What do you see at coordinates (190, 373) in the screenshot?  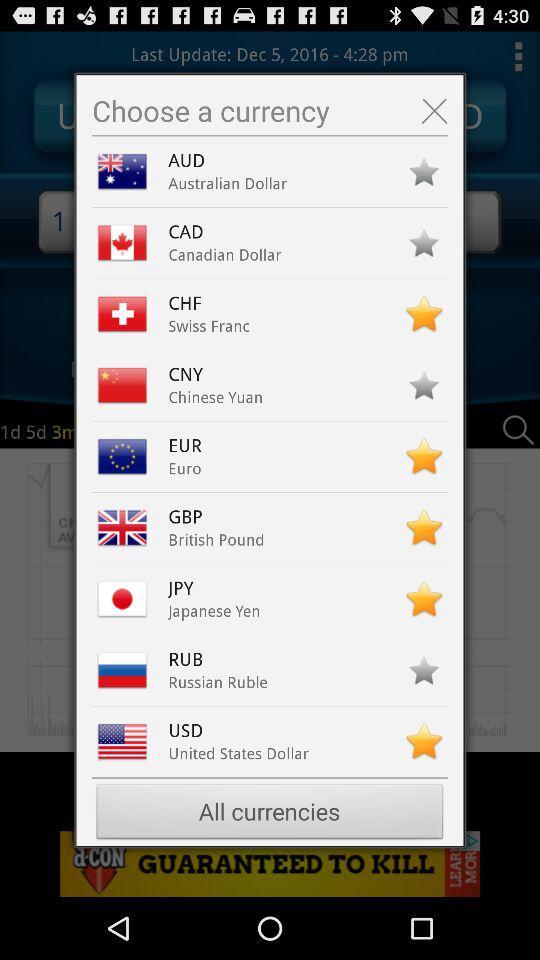 I see `the cny item` at bounding box center [190, 373].